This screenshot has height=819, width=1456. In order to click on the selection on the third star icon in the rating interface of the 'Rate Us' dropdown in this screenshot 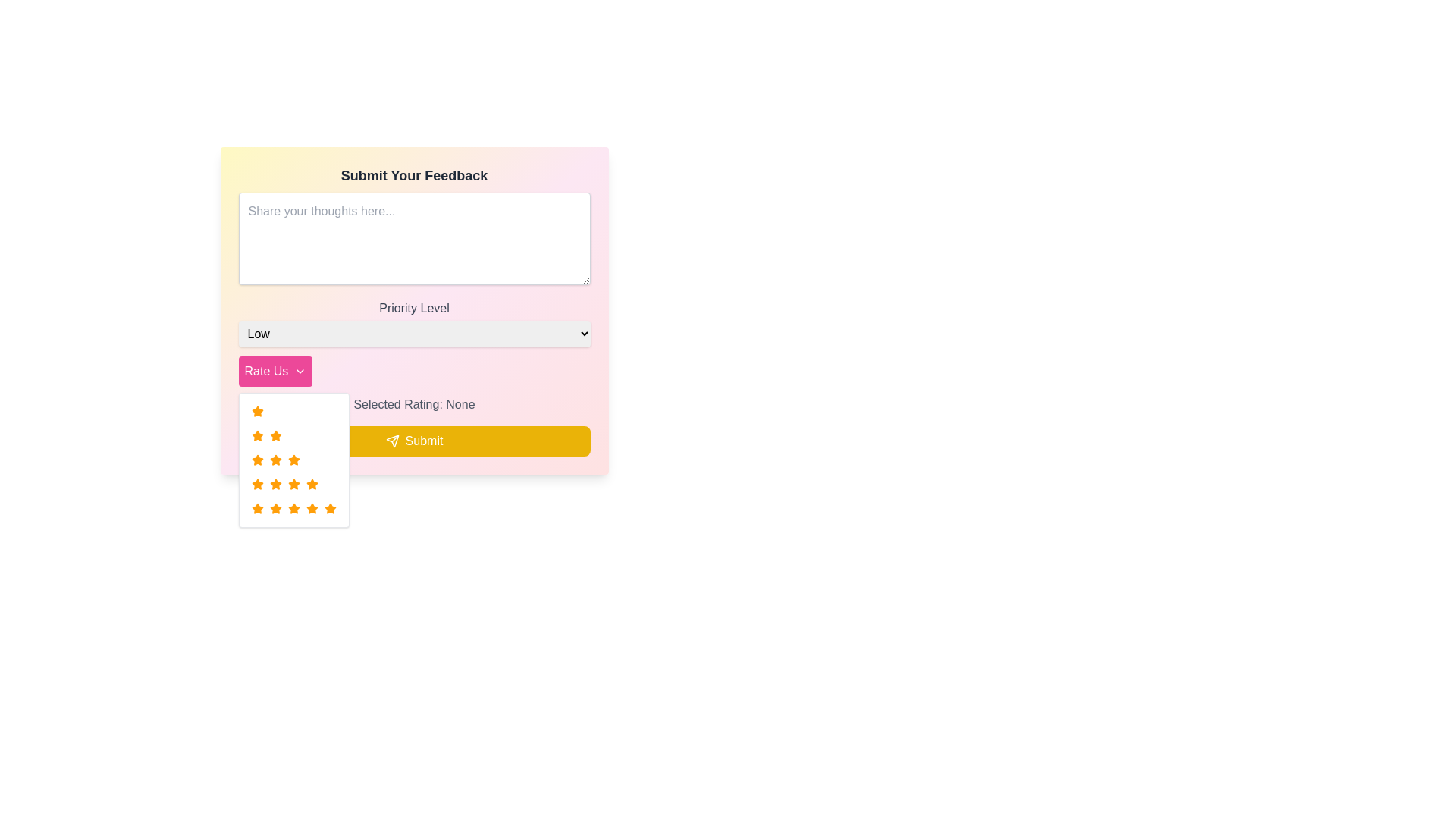, I will do `click(275, 509)`.